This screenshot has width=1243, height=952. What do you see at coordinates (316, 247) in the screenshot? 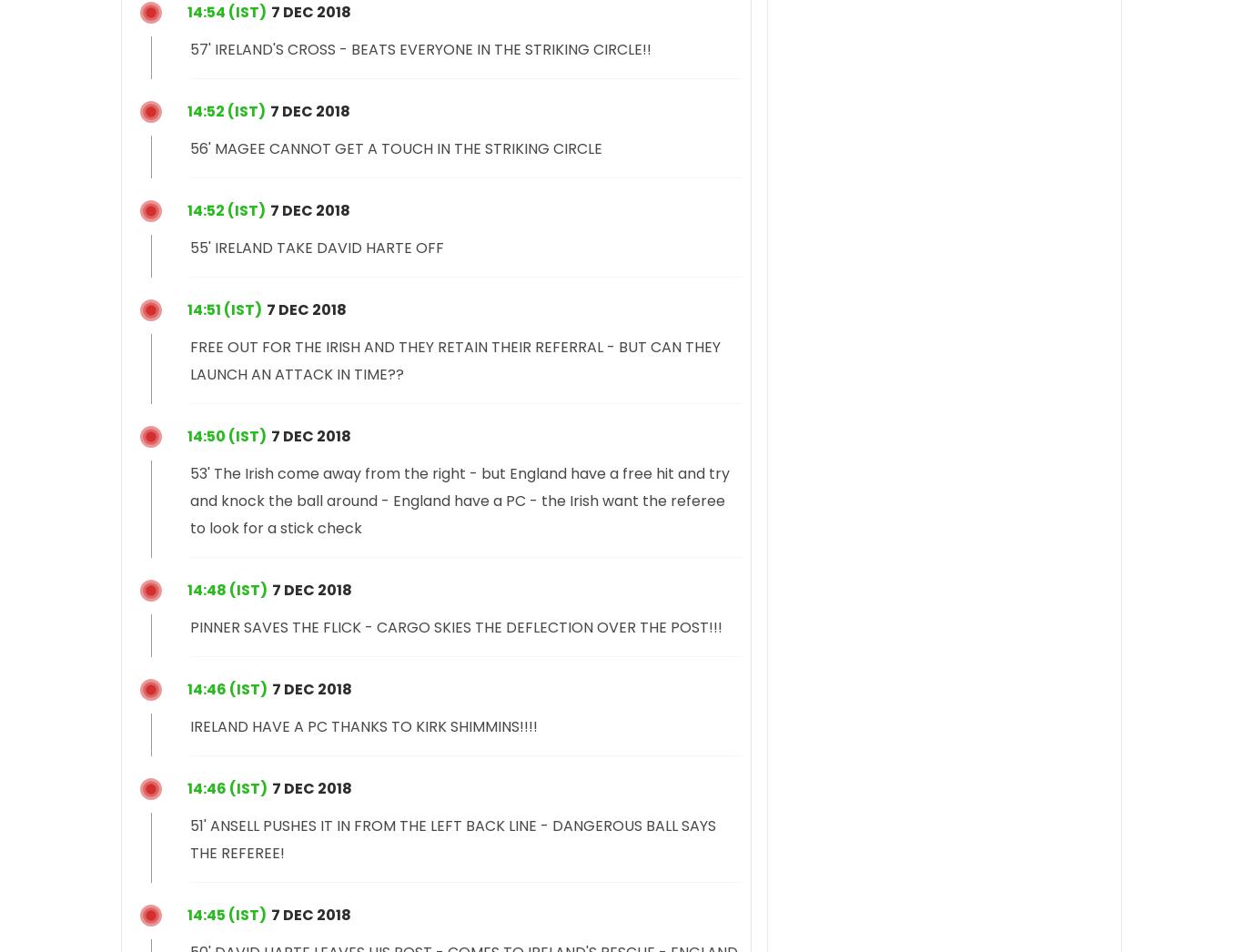
I see `'55' IRELAND TAKE DAVID HARTE OFF'` at bounding box center [316, 247].